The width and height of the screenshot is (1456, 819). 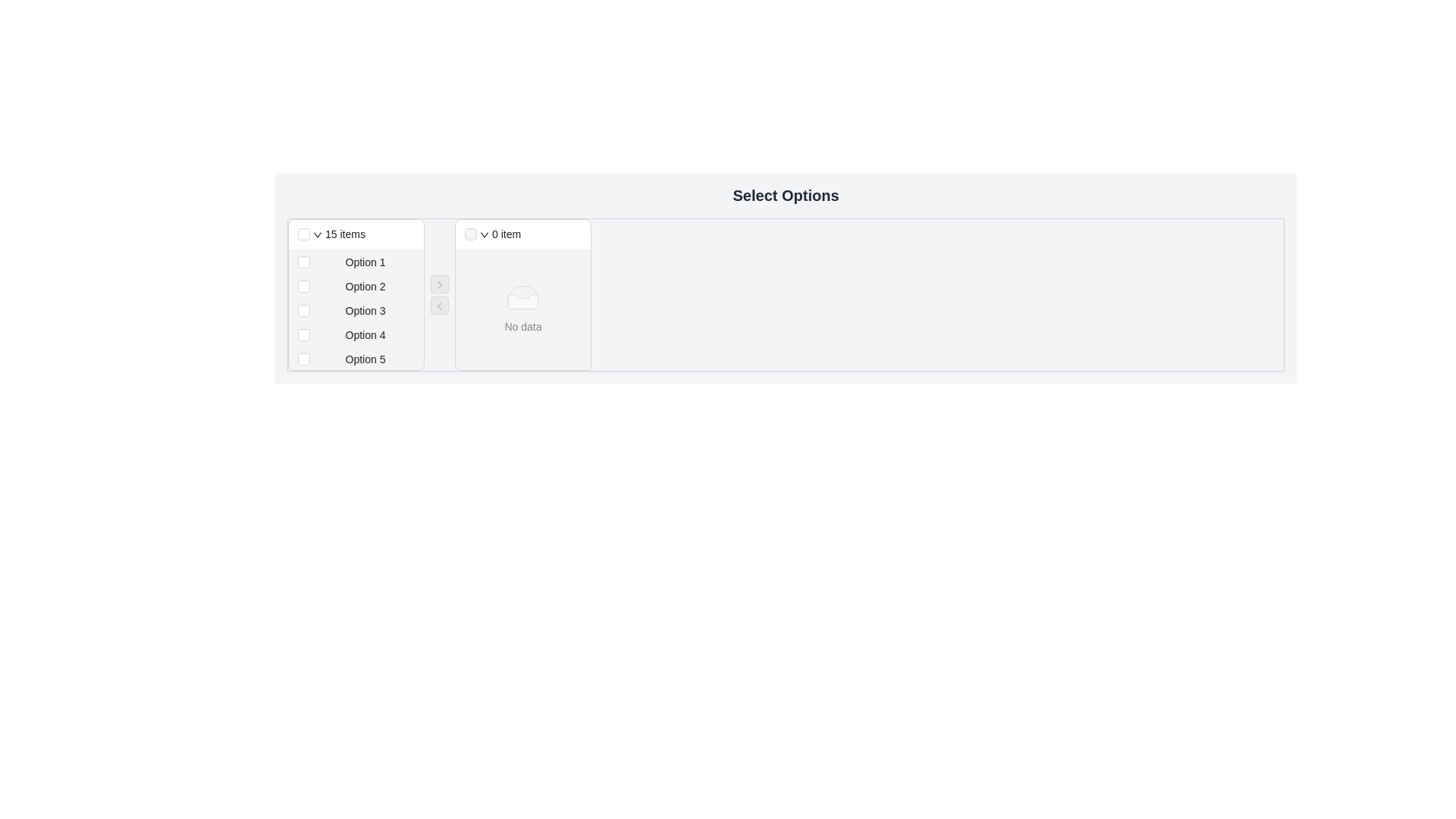 I want to click on the checkbox in the header of the transfer list, so click(x=356, y=234).